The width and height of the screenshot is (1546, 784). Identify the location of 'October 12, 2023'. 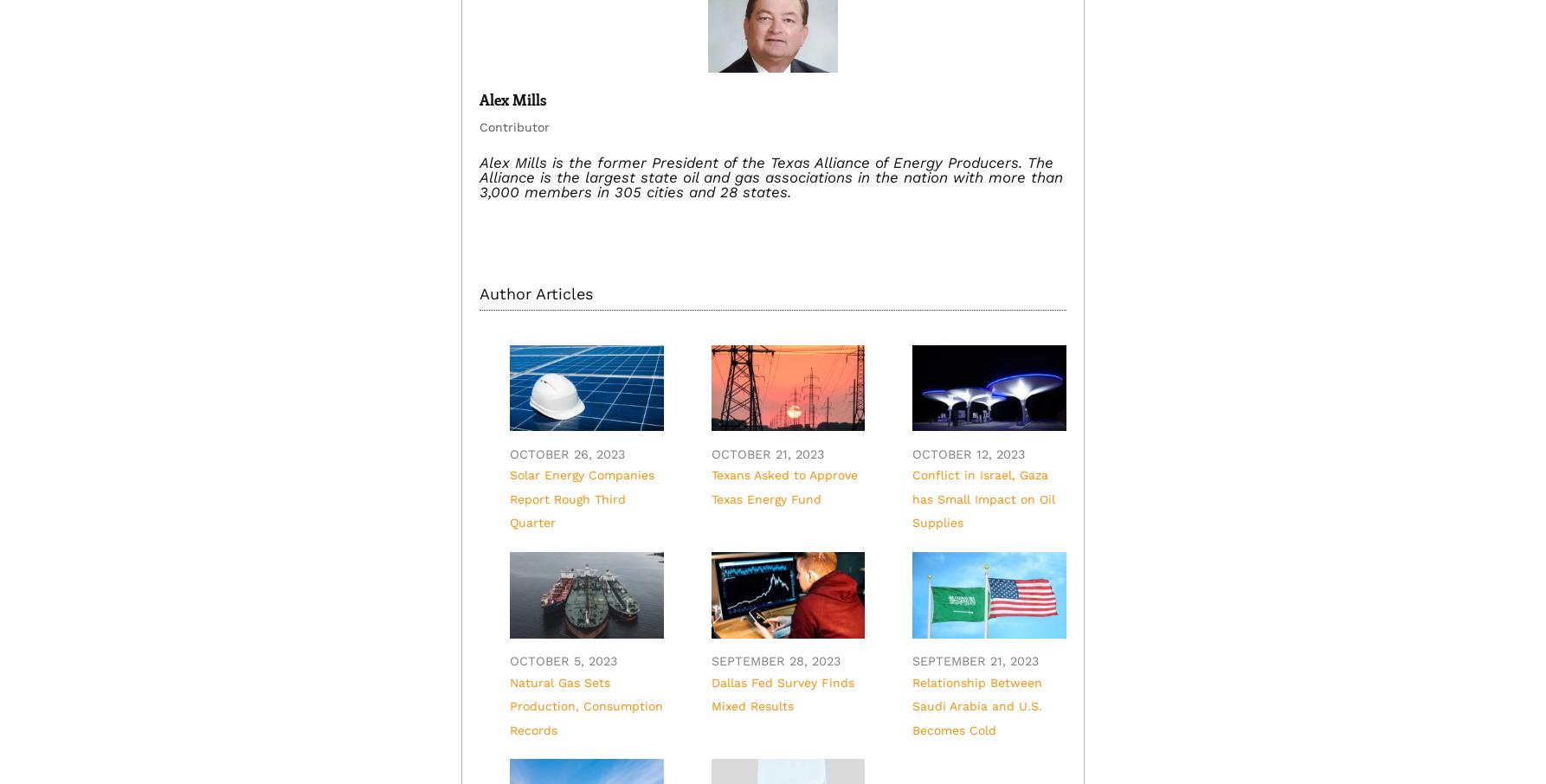
(911, 454).